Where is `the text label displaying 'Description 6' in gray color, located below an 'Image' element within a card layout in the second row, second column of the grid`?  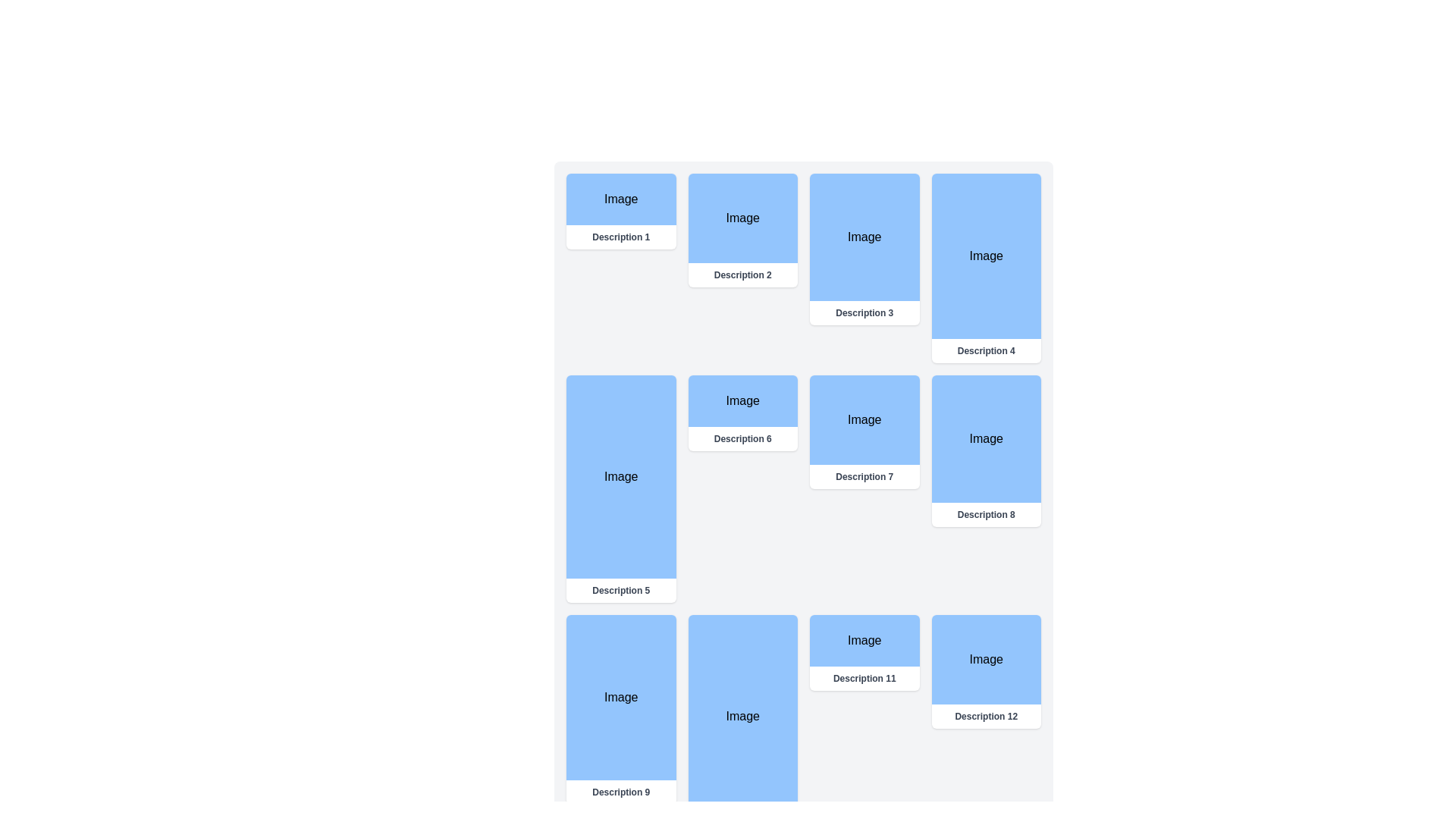
the text label displaying 'Description 6' in gray color, located below an 'Image' element within a card layout in the second row, second column of the grid is located at coordinates (742, 438).